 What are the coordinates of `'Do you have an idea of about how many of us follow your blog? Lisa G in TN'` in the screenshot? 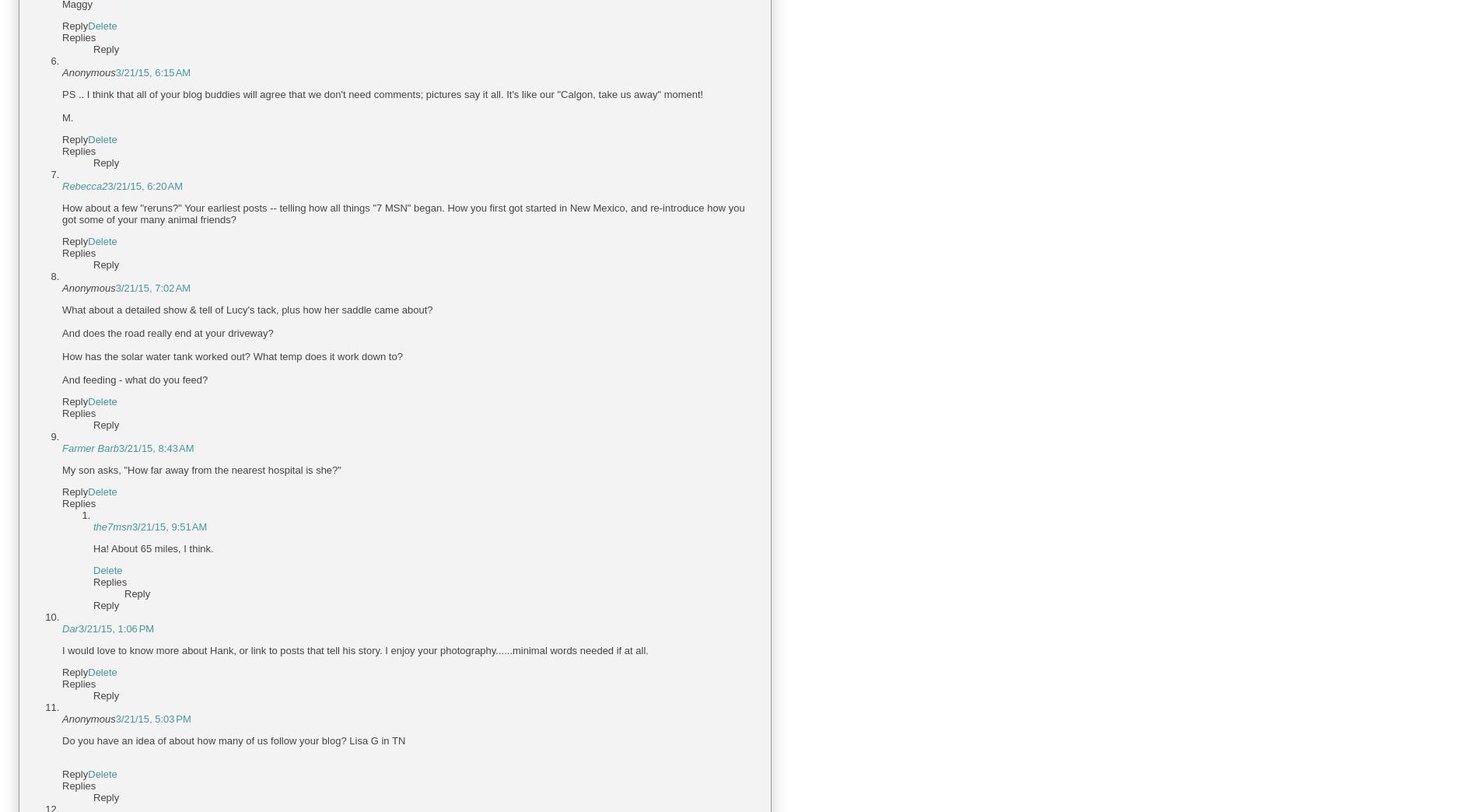 It's located at (61, 740).